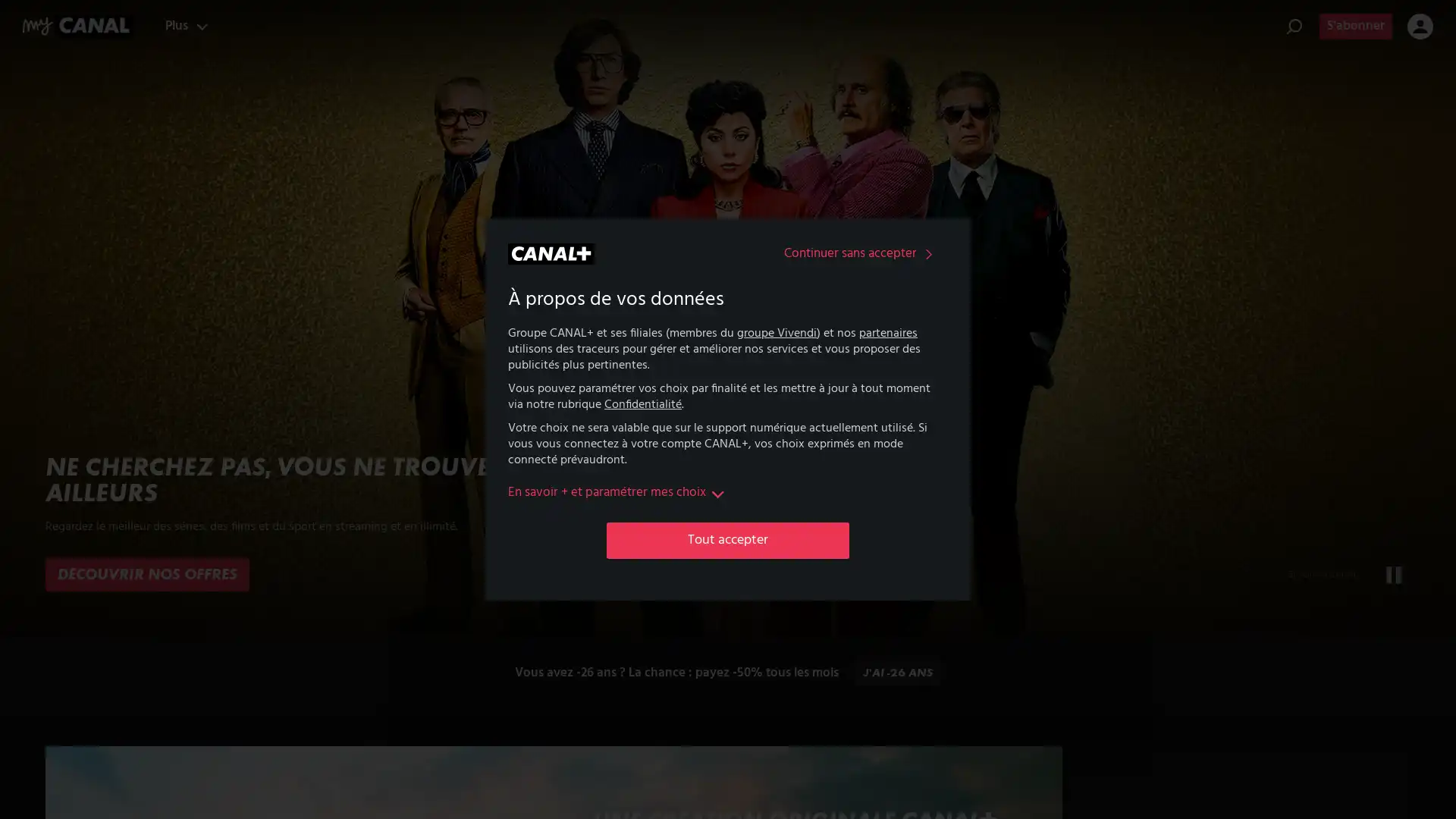  What do you see at coordinates (728, 539) in the screenshot?
I see `Accepter notre traitement des donnees` at bounding box center [728, 539].